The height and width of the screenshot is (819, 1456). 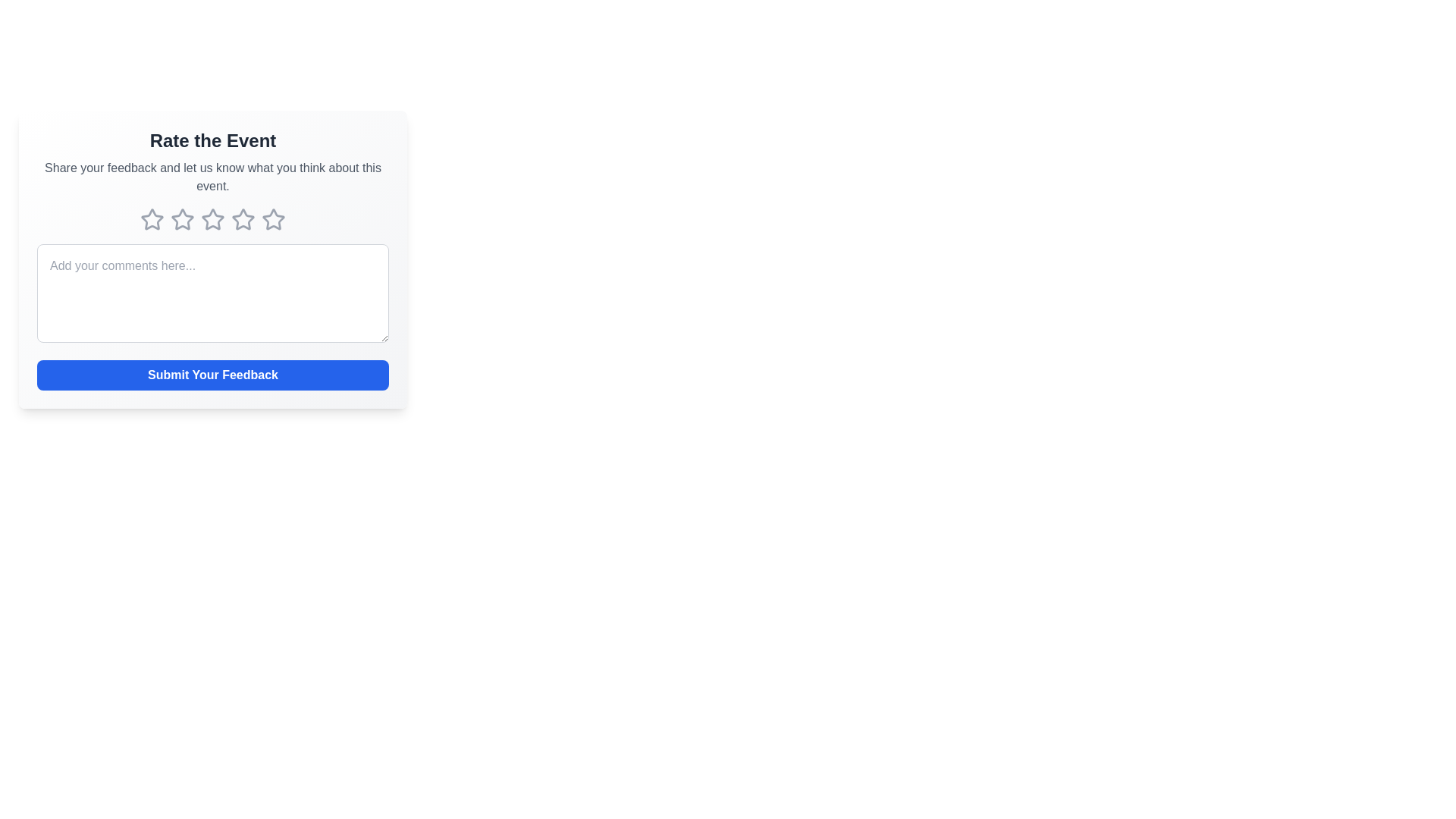 I want to click on one of the star icons in the star rating component to set a rating, located below the feedback text and above the comment box, so click(x=212, y=219).